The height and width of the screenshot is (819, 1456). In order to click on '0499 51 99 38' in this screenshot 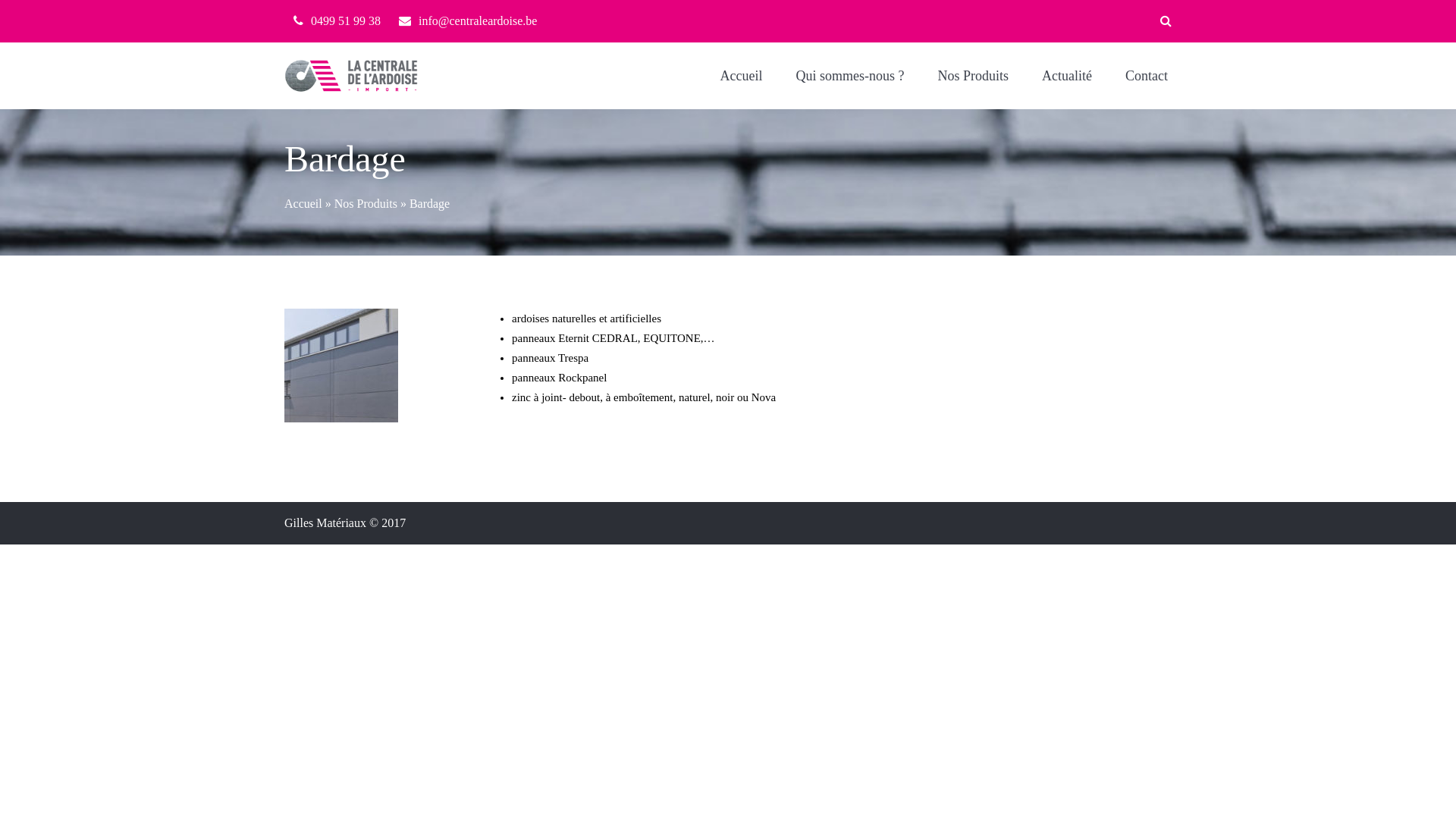, I will do `click(309, 20)`.